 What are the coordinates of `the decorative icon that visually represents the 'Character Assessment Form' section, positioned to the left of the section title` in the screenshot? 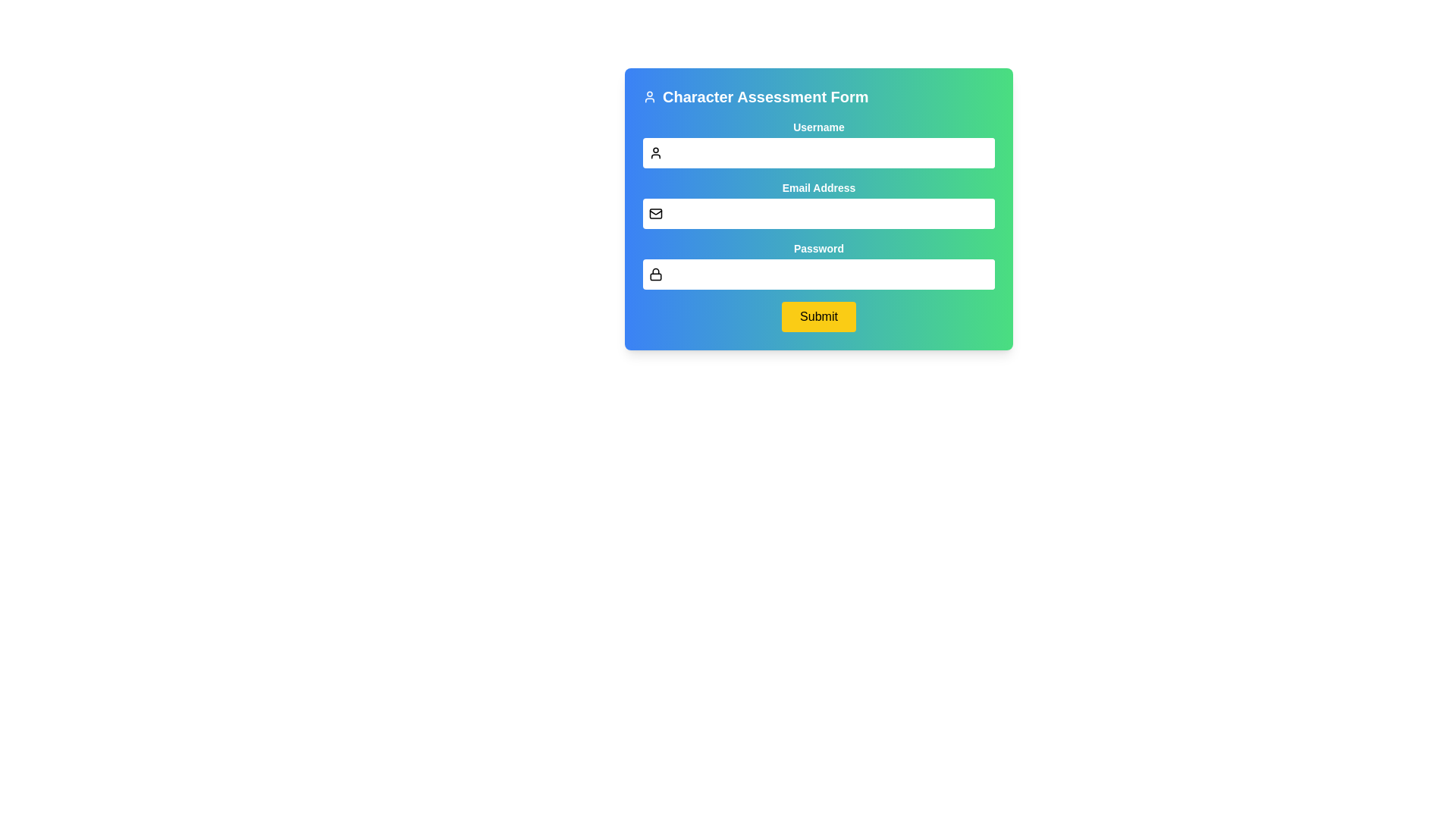 It's located at (650, 96).